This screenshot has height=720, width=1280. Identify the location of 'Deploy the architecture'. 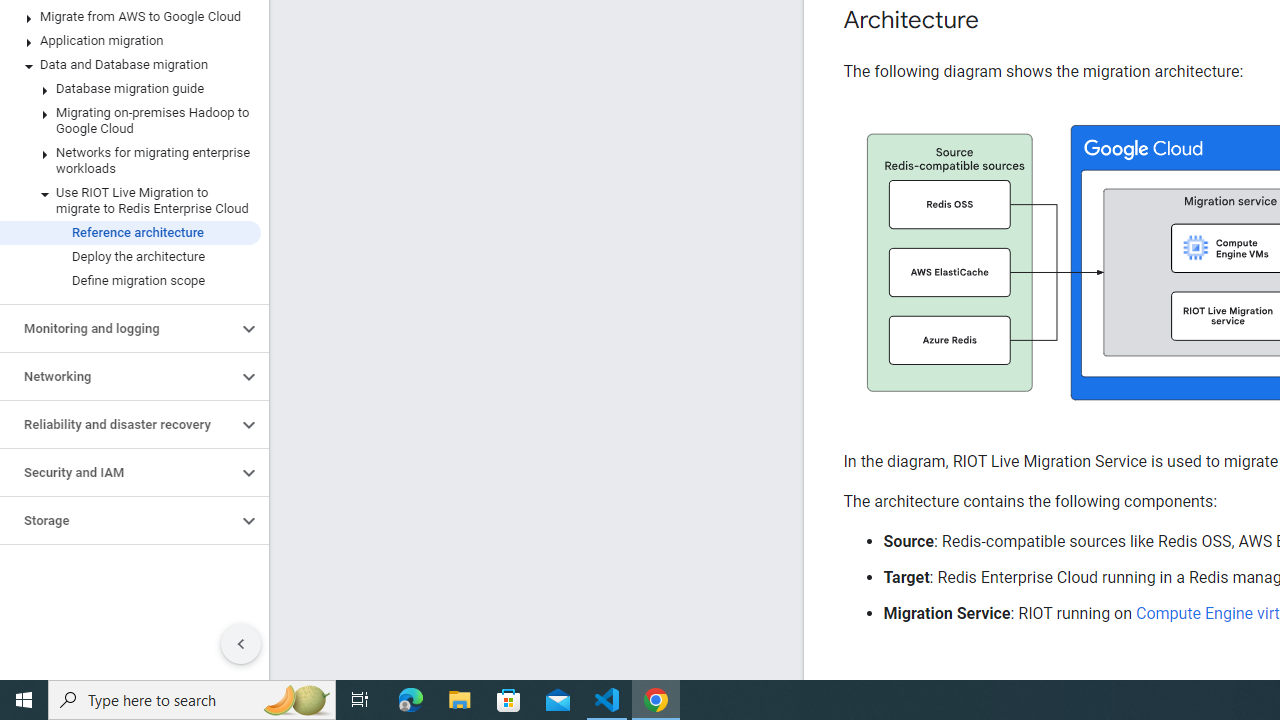
(129, 256).